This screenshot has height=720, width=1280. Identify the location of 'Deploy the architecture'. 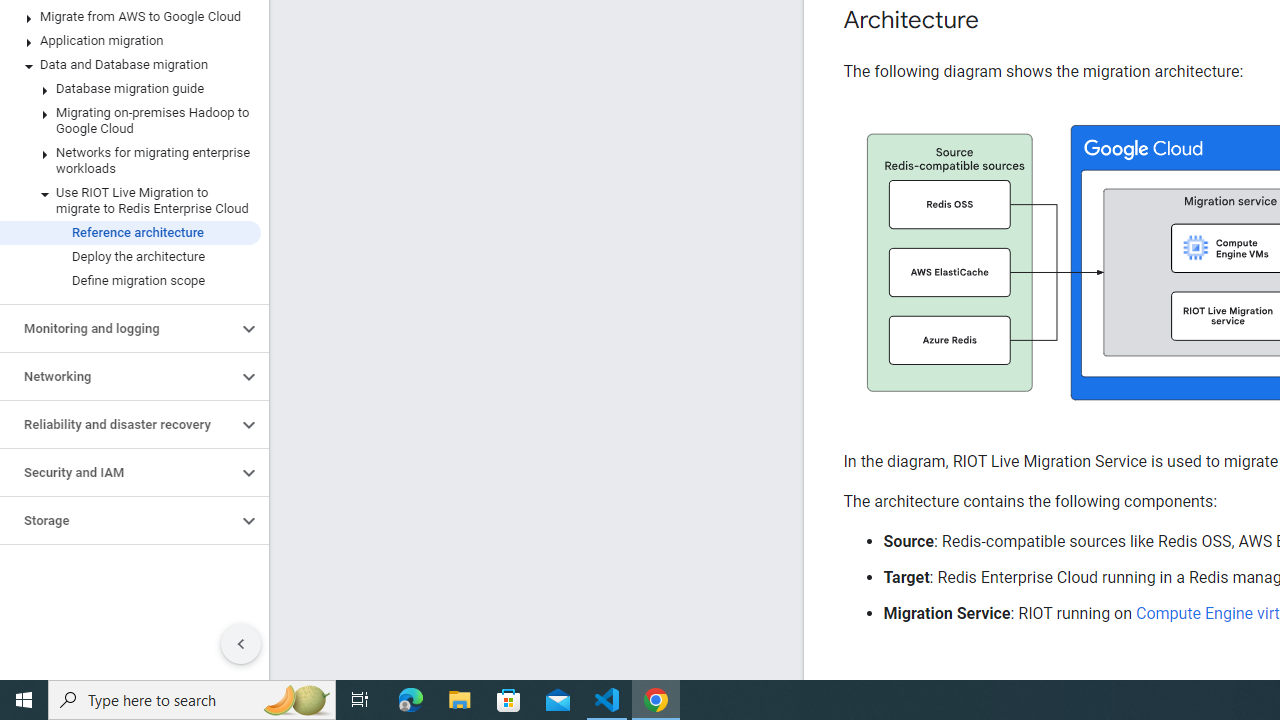
(129, 256).